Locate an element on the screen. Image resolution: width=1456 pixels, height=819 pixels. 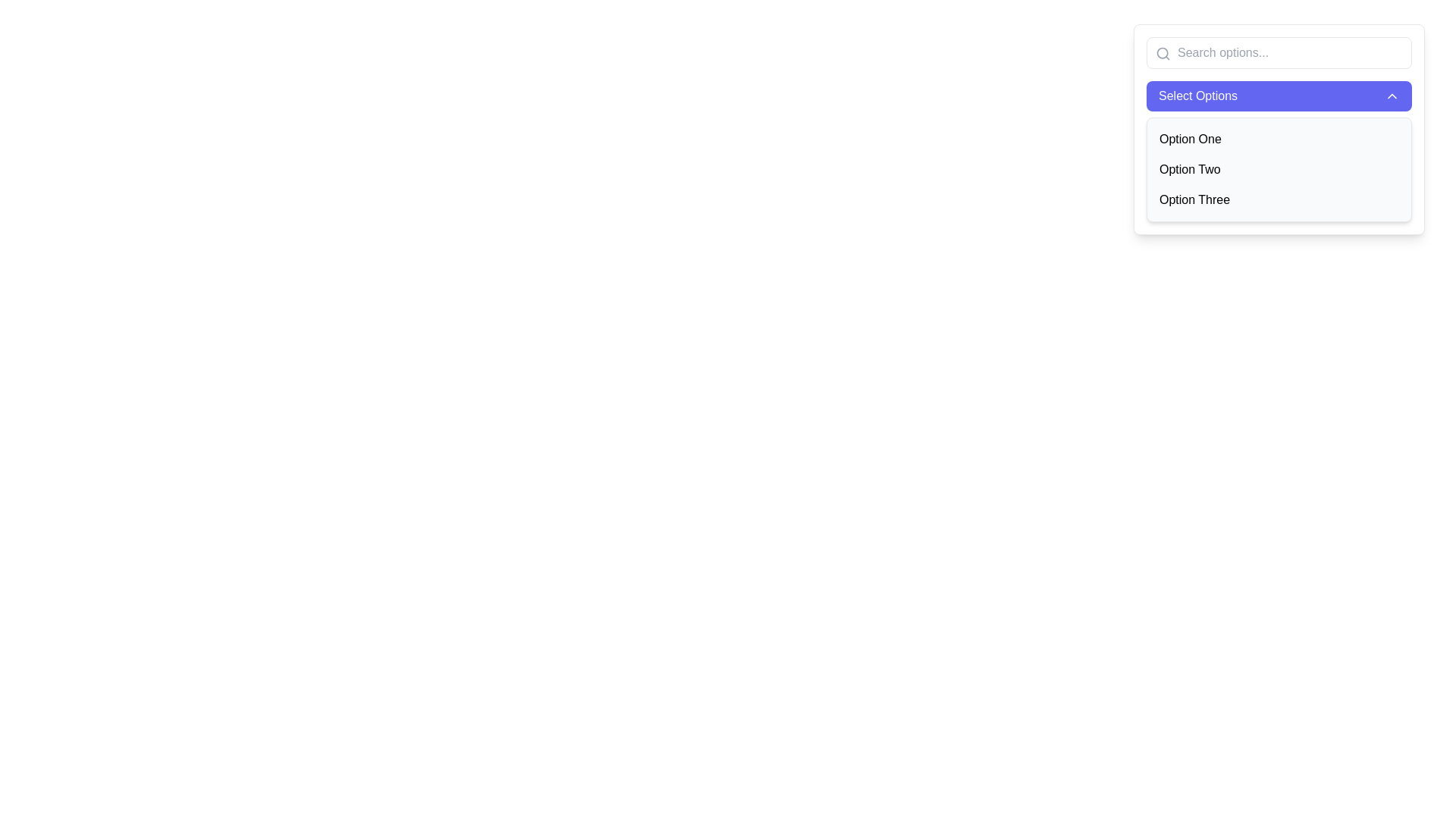
'Option Two' in the dropdown menu located centrally under the title 'Select Options' is located at coordinates (1278, 128).